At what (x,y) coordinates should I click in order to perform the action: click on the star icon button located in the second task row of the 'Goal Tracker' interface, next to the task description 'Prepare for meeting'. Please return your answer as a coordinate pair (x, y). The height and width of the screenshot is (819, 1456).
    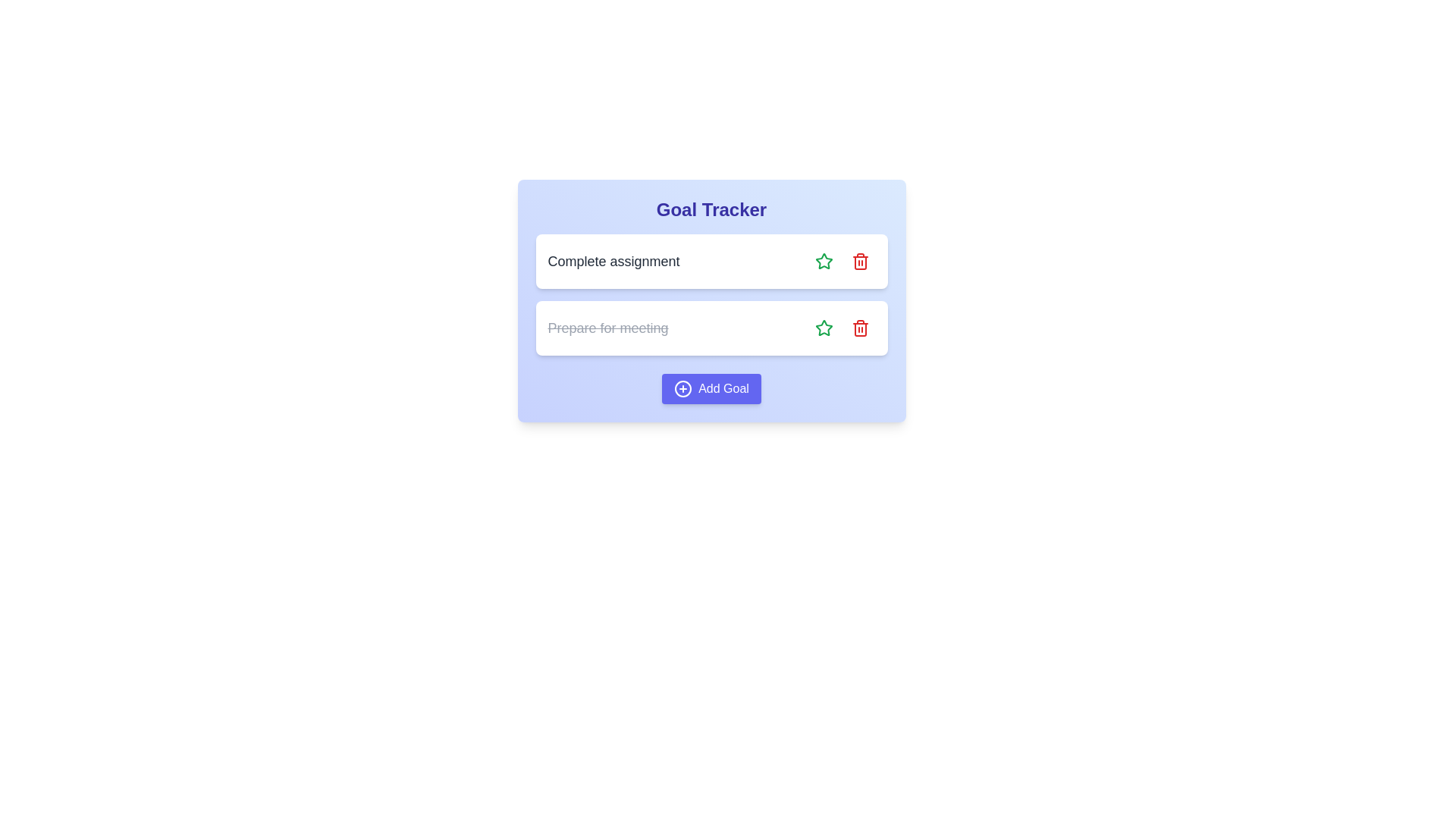
    Looking at the image, I should click on (822, 259).